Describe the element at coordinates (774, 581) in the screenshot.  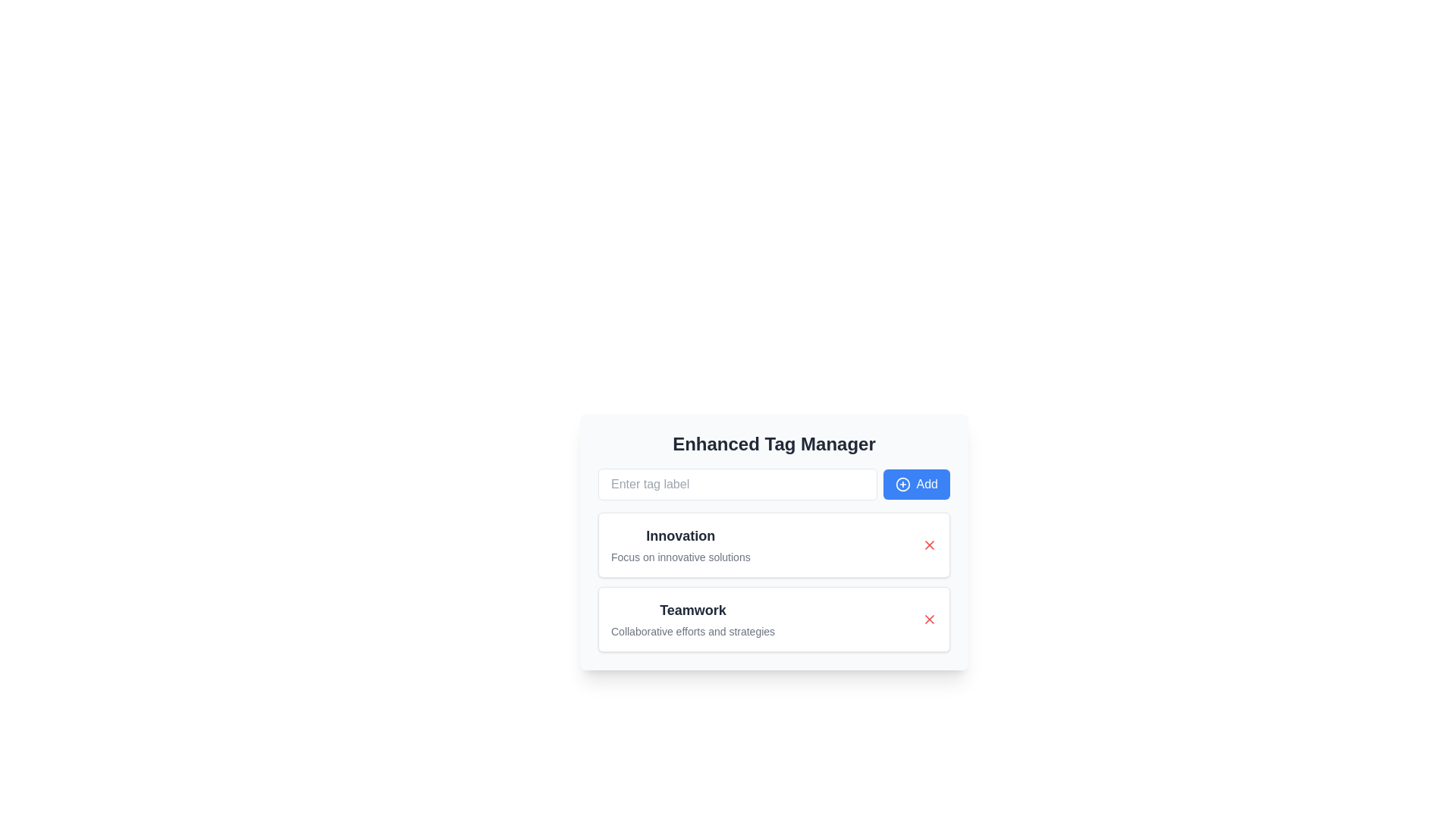
I see `the stacked list sections containing the titles 'Innovation' and 'Teamwork'` at that location.